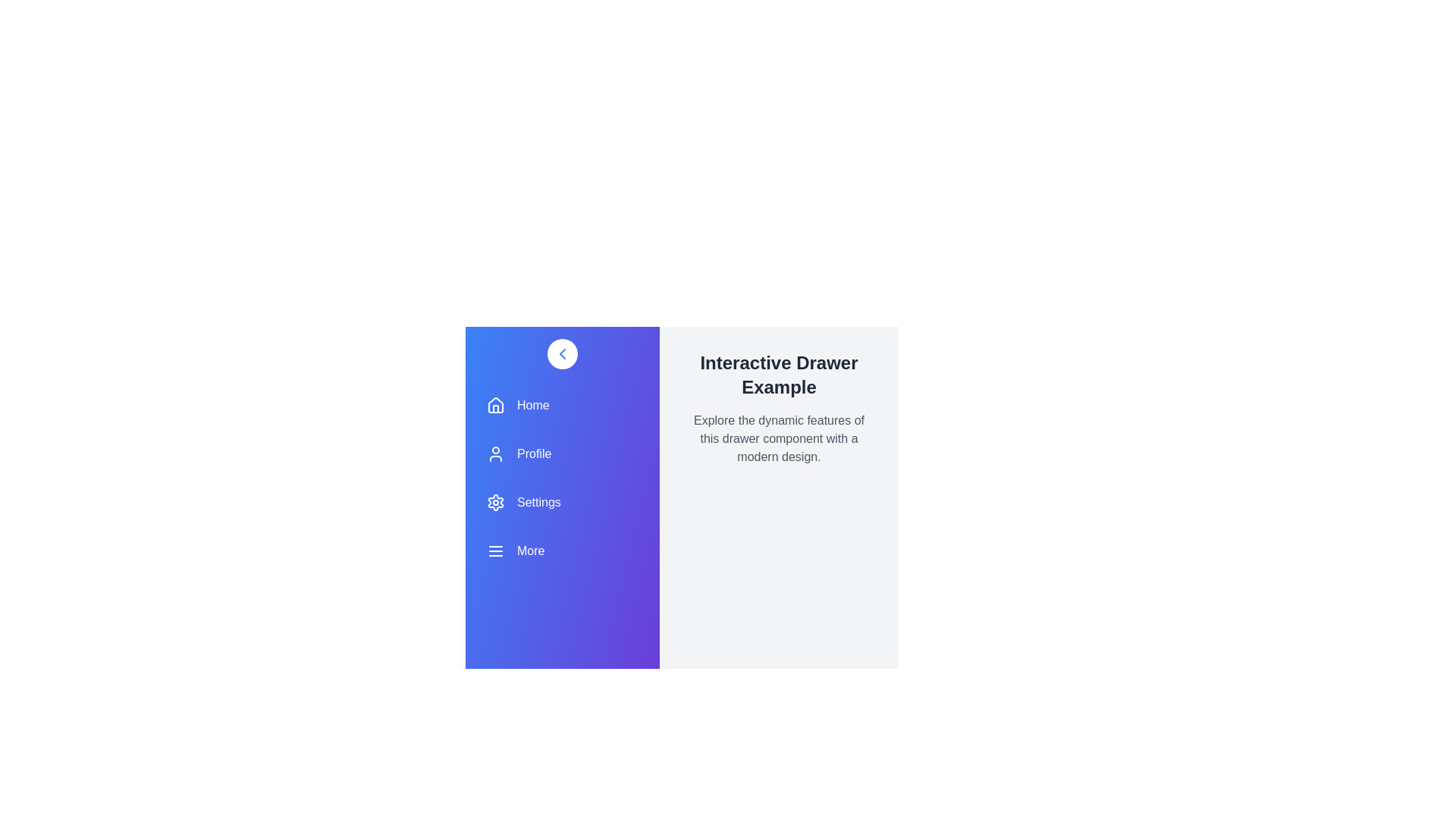  I want to click on the navigation item labeled Settings, so click(562, 503).